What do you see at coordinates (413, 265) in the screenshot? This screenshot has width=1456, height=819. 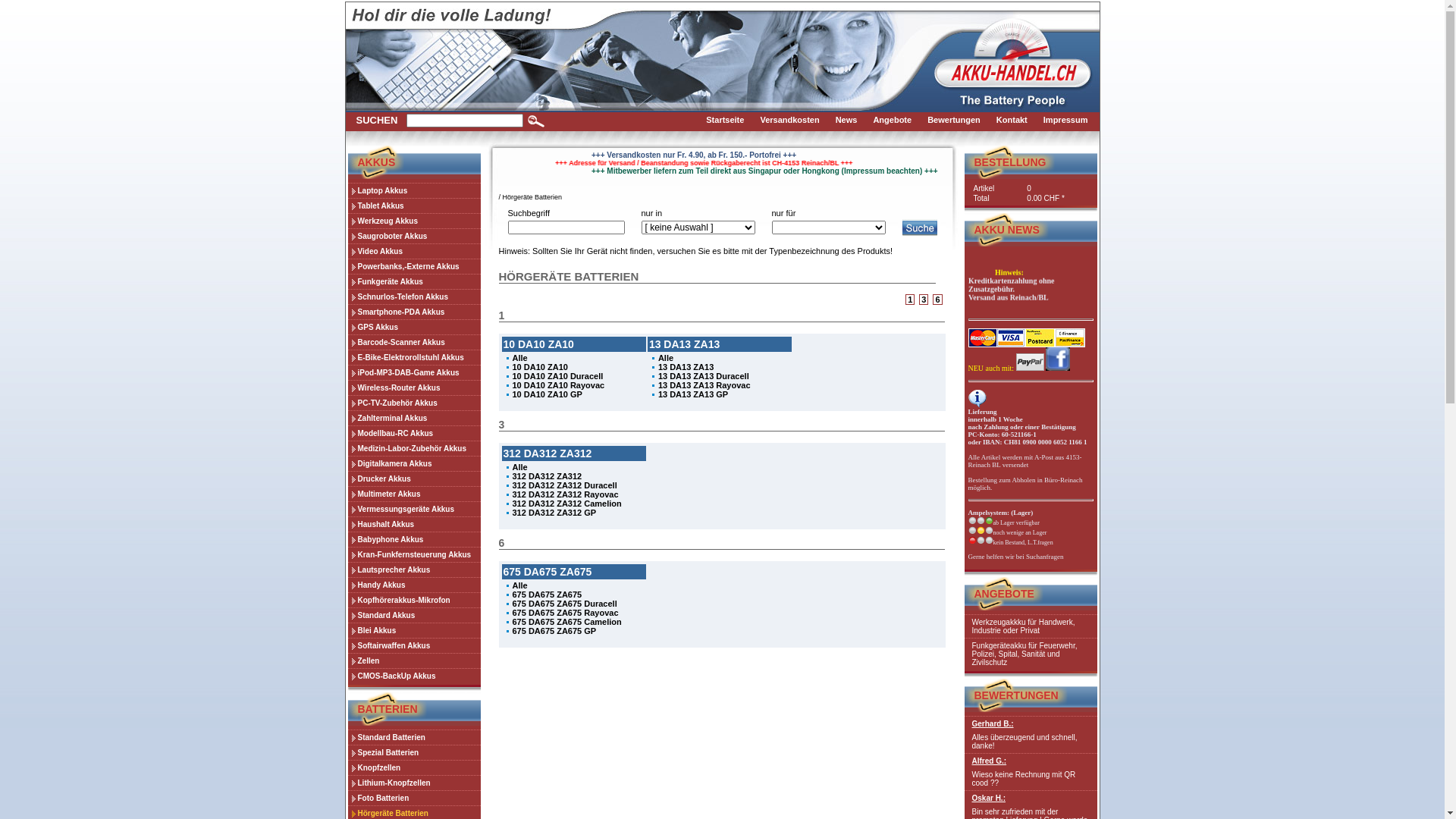 I see `'Powerbanks,-Externe Akkus'` at bounding box center [413, 265].